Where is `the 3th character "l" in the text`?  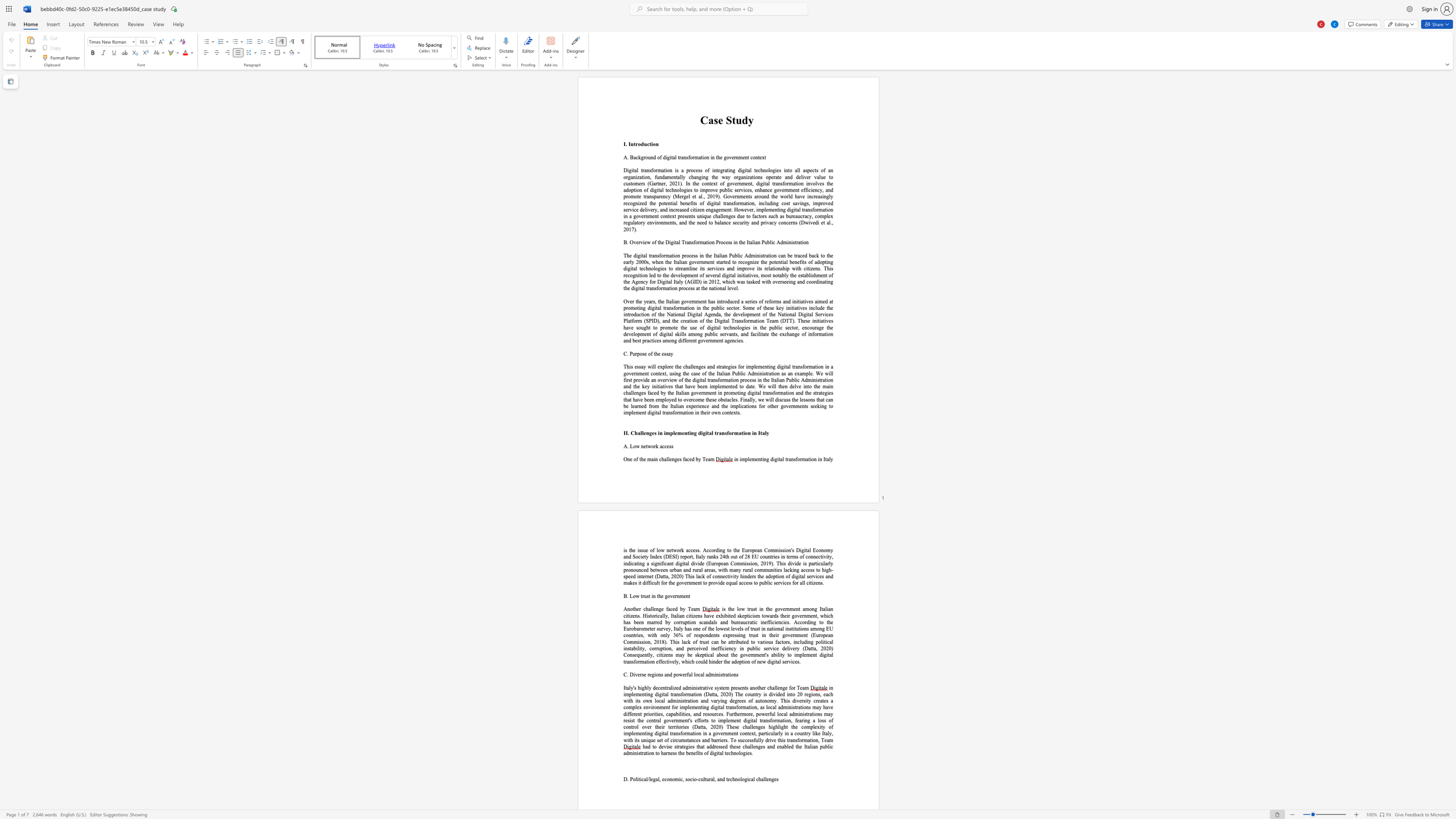
the 3th character "l" in the text is located at coordinates (703, 674).